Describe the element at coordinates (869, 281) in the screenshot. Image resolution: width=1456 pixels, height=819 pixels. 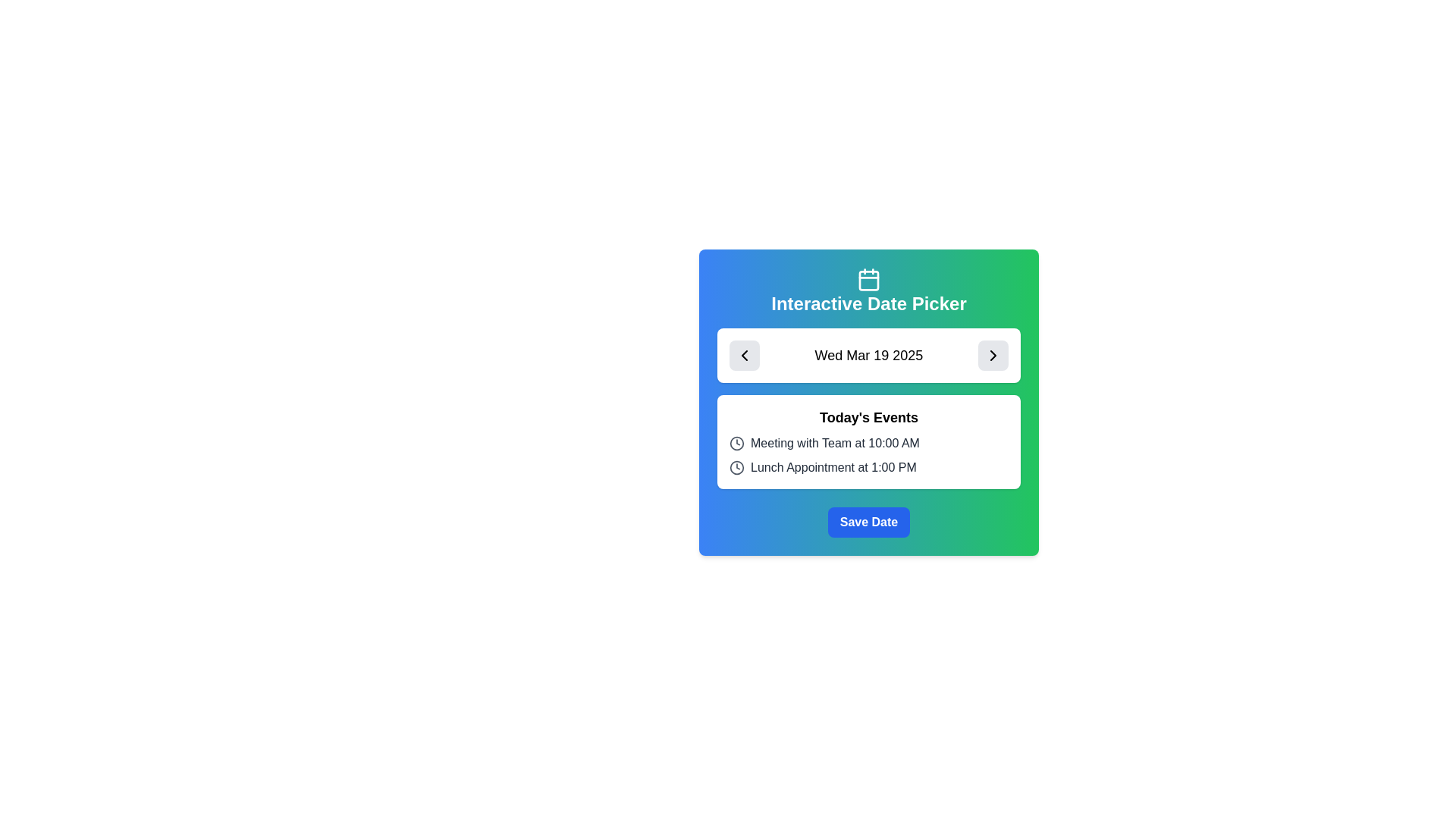
I see `the teal rounded rectangle element located centrally within the calendar icon in the header of the Interactive Date Picker` at that location.